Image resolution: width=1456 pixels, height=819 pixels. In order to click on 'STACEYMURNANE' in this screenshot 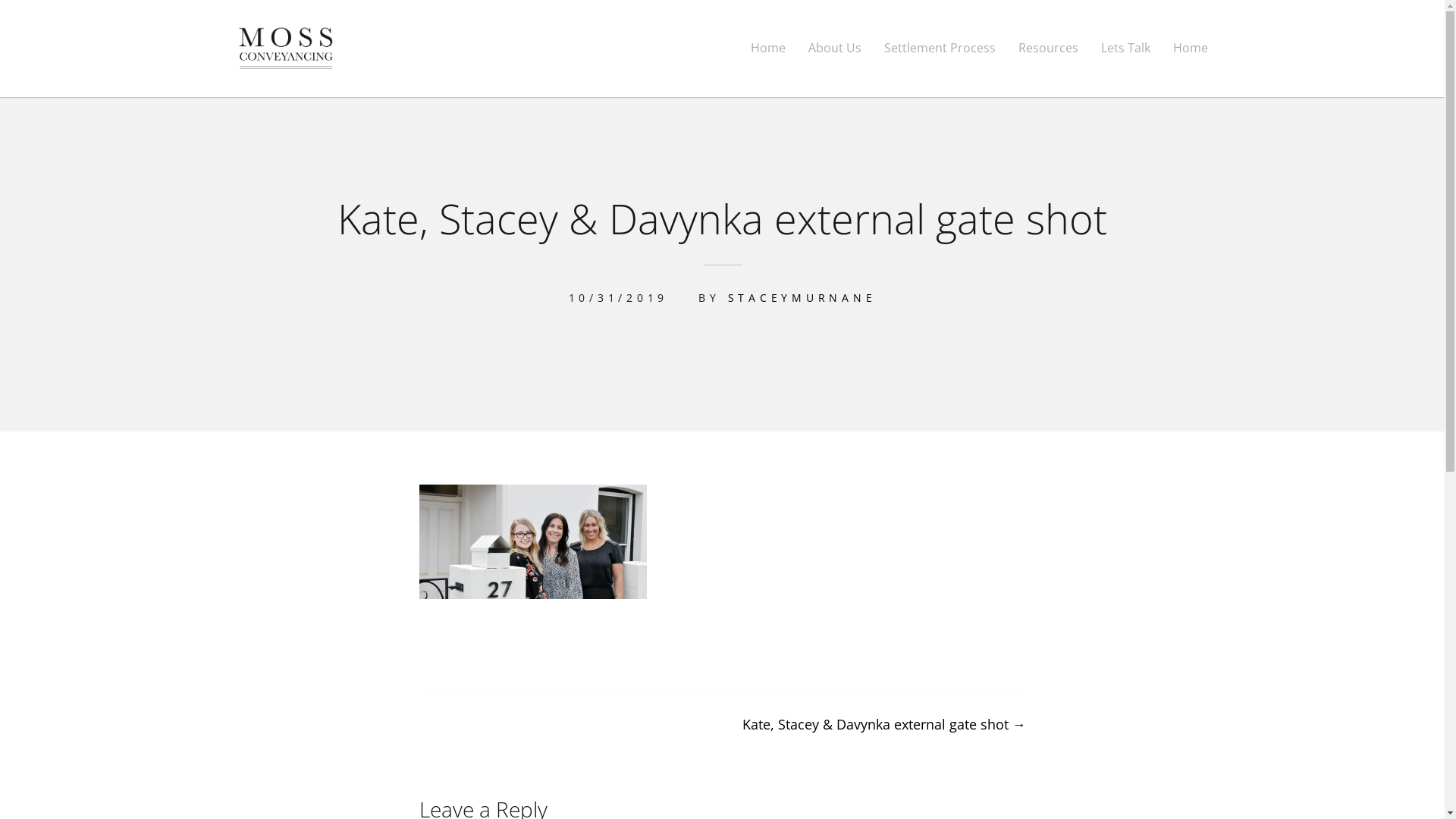, I will do `click(801, 297)`.